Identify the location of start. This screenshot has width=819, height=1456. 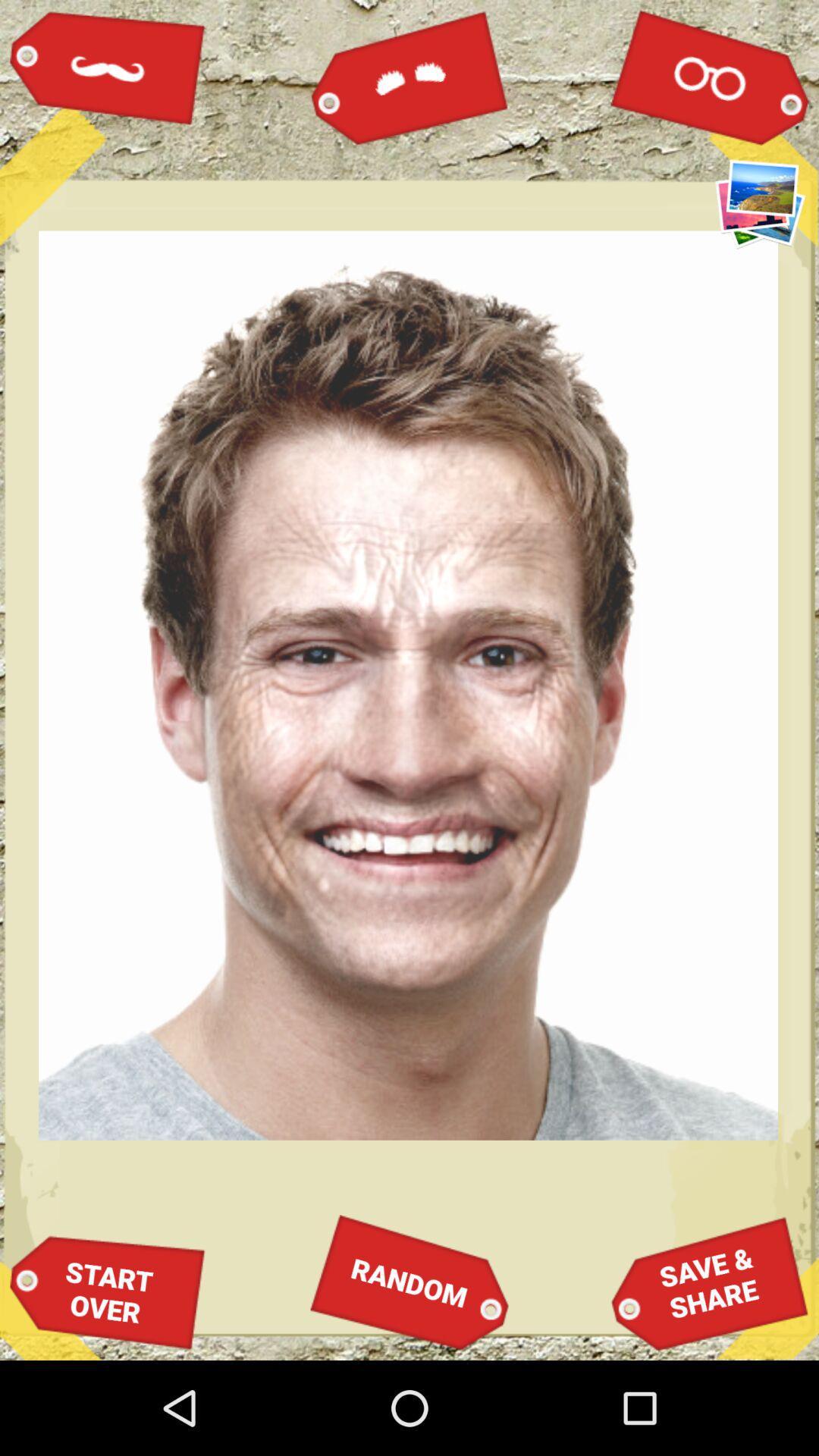
(107, 1291).